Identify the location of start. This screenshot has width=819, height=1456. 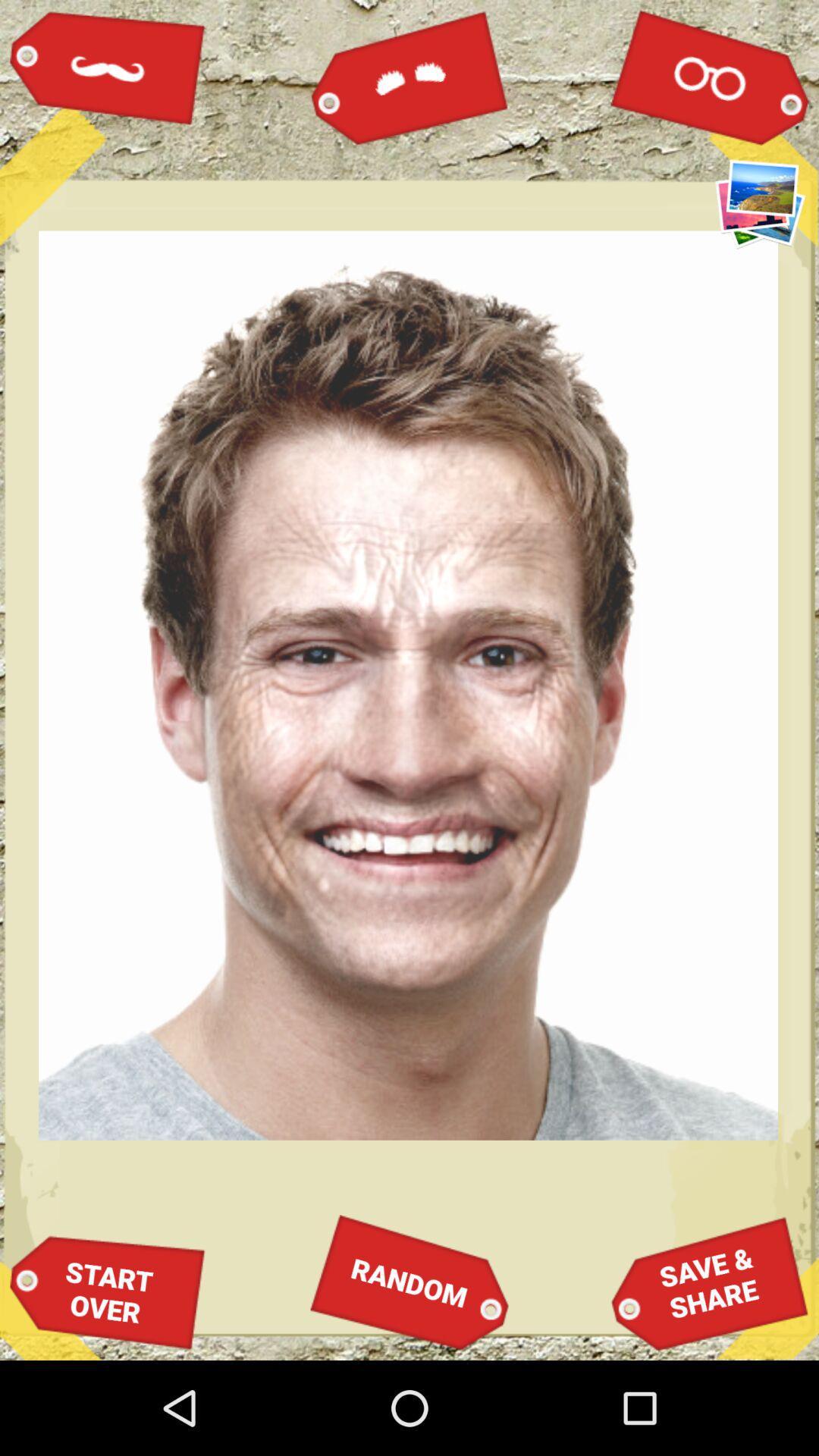
(107, 1291).